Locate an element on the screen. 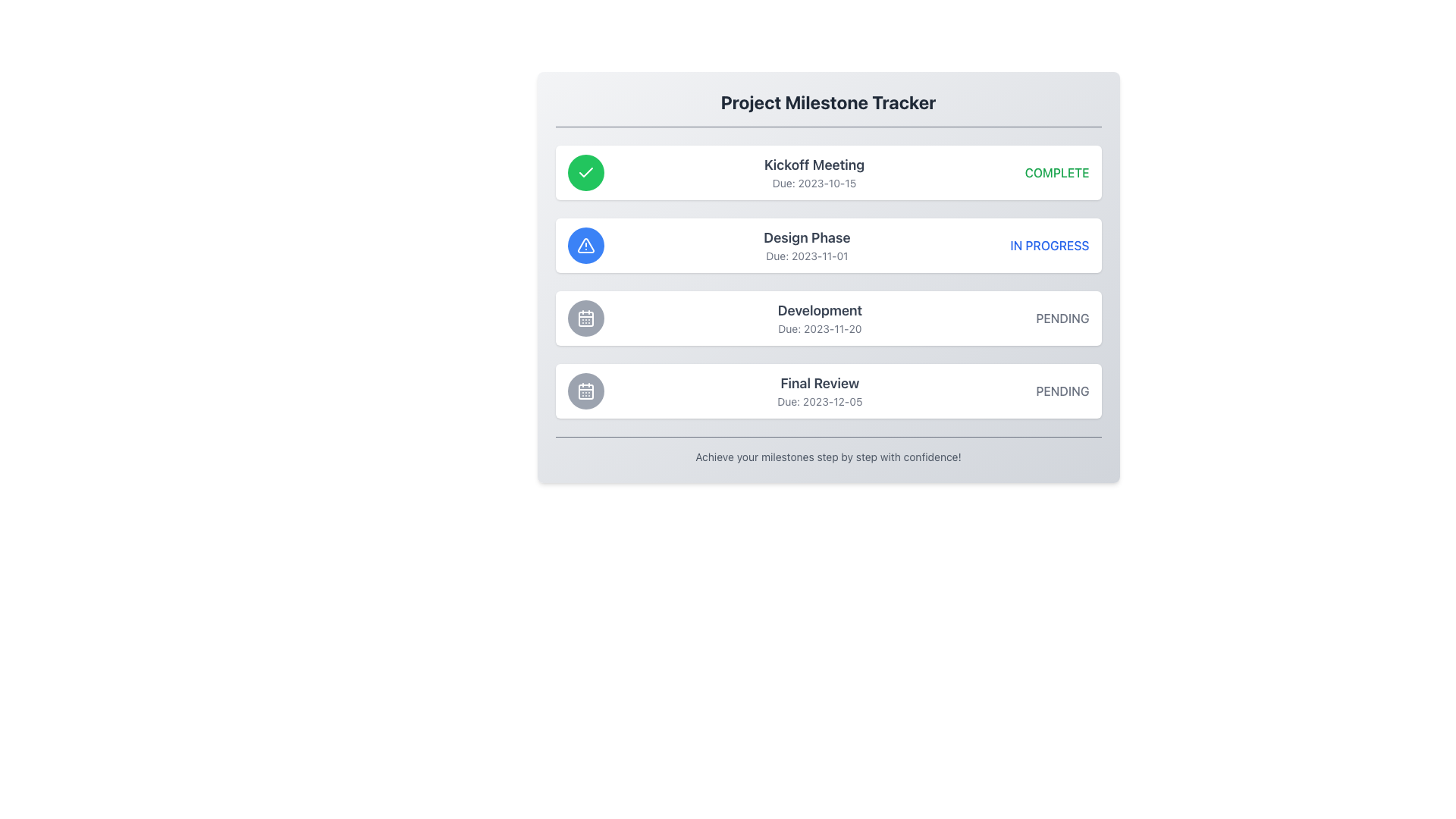 The image size is (1456, 819). text for information from the Text Block that provides details about the 'Development' milestone, located in the third card of the vertical stack of milestone cards is located at coordinates (819, 318).